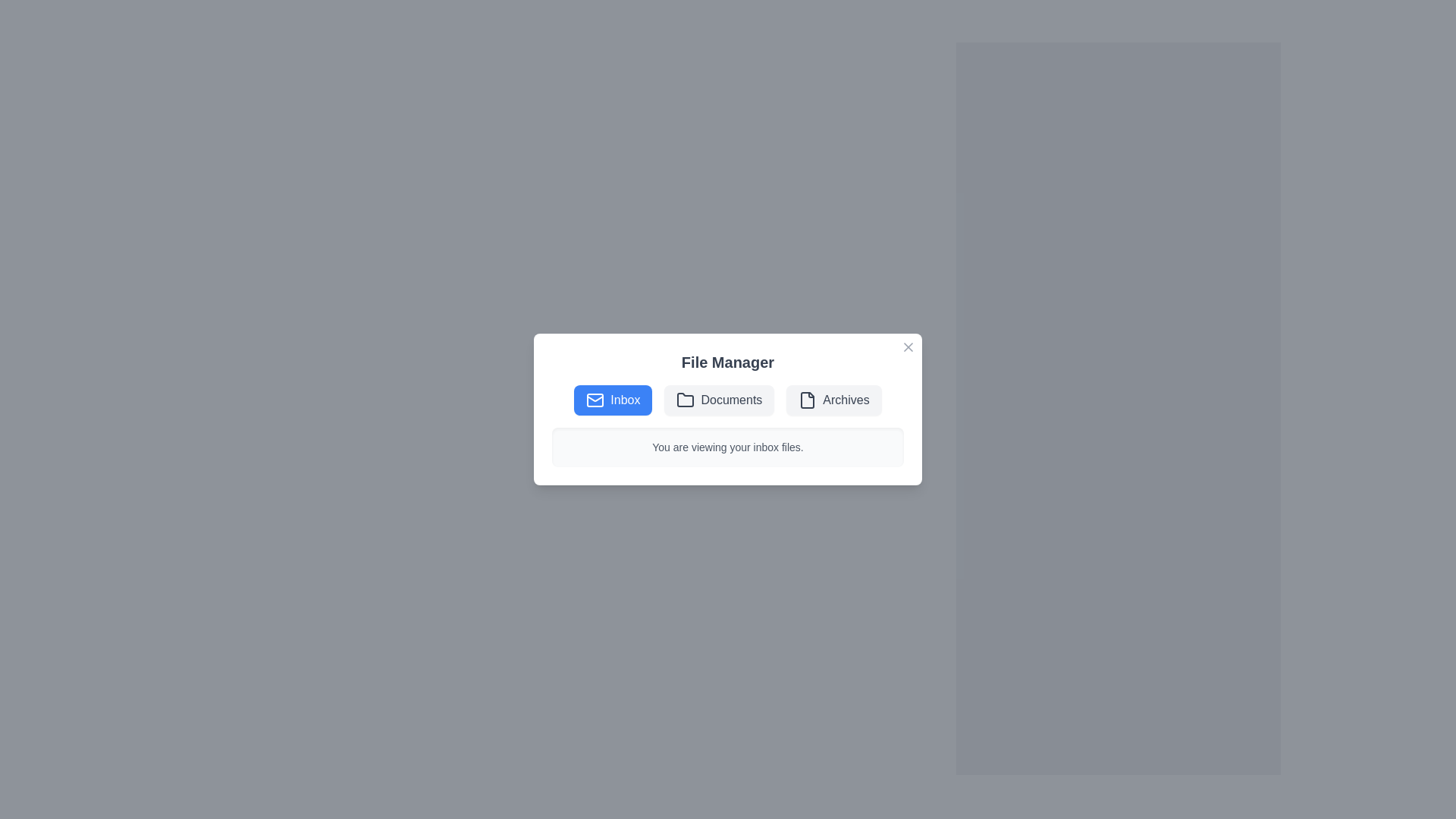 The width and height of the screenshot is (1456, 819). I want to click on text label that displays 'You are viewing your inbox files.' positioned at the bottom section of the 'File Manager' dialog box, so click(728, 447).